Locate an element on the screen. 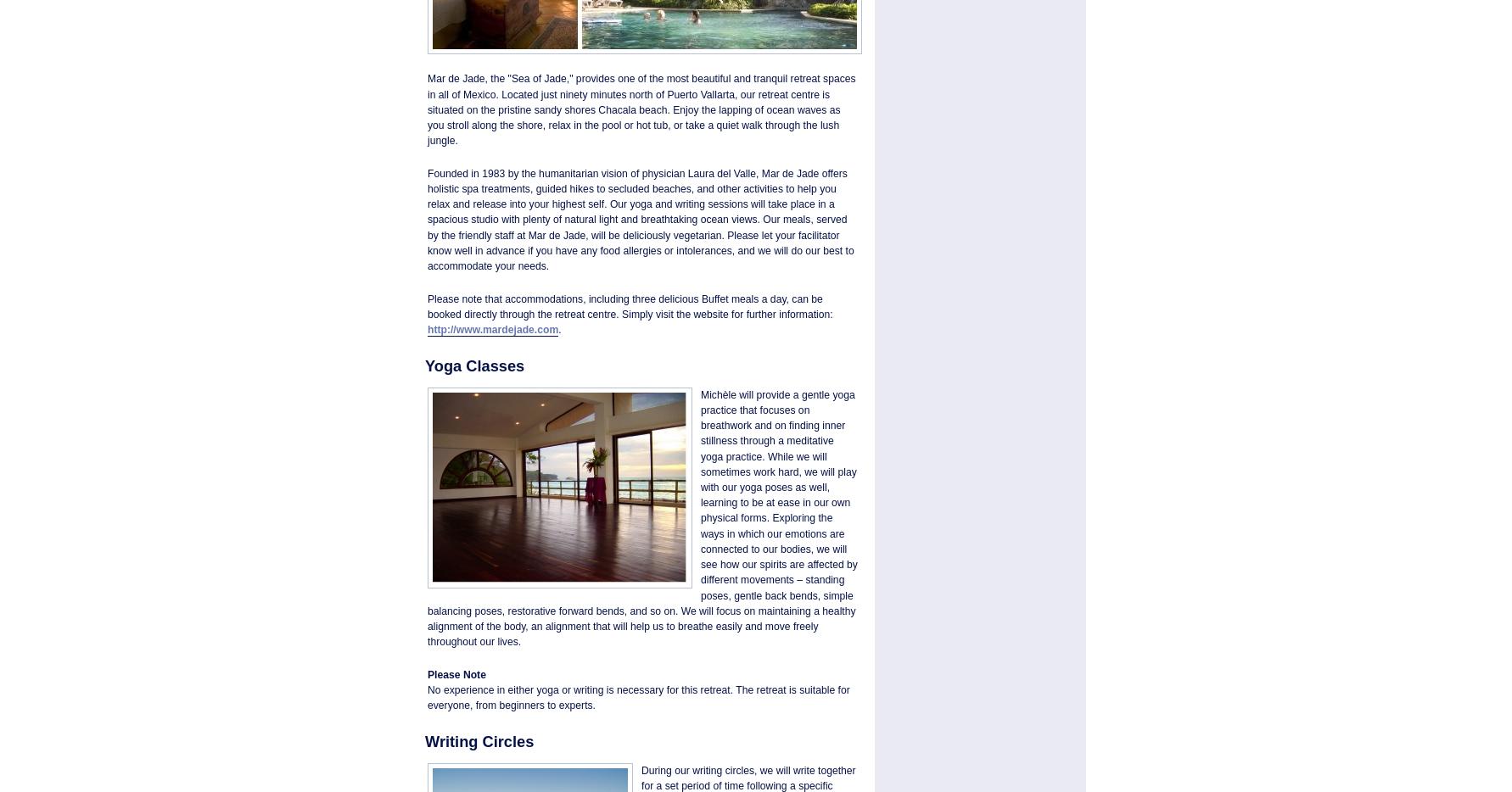  'Founded in 1983 by the humanitarian vision of physician Laura del Valle, Mar de Jade offers holistic spa treatments, guided hikes to secluded beaches, and other activities to help you relax and release into your highest self. Our yoga and writing sessions will take place in a spacious studio with plenty of natural light and breathtaking ocean views. Our meals, served by the friendly staff at Mar de Jade, will be deliciously vegetarian. Please let your facilitator know well in advance if you have any food allergies or intolerances, and we will do our best to accommodate your needs.' is located at coordinates (426, 219).